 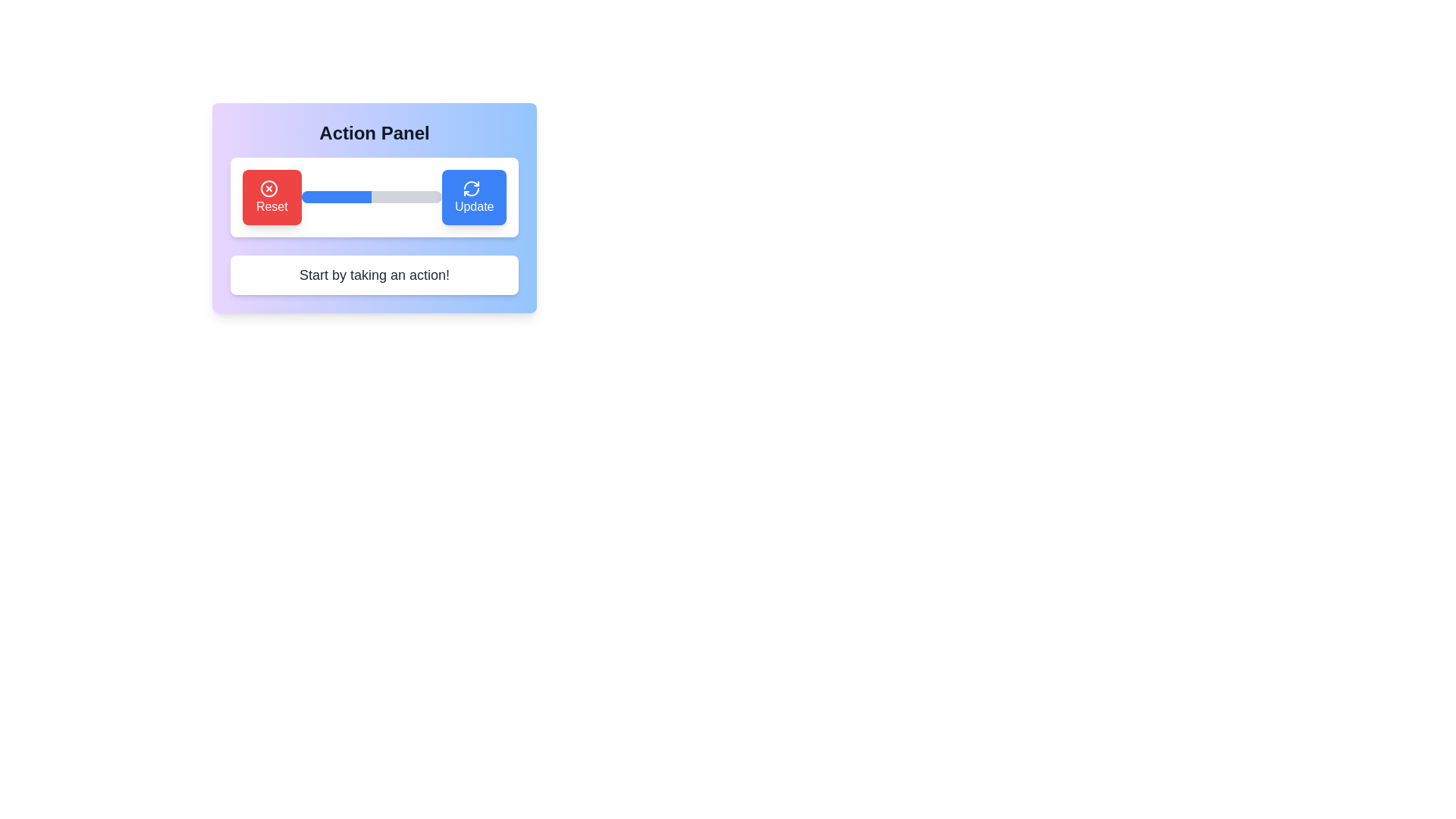 I want to click on the circular rotating arrow icon inside the blue 'Update' button, so click(x=470, y=187).